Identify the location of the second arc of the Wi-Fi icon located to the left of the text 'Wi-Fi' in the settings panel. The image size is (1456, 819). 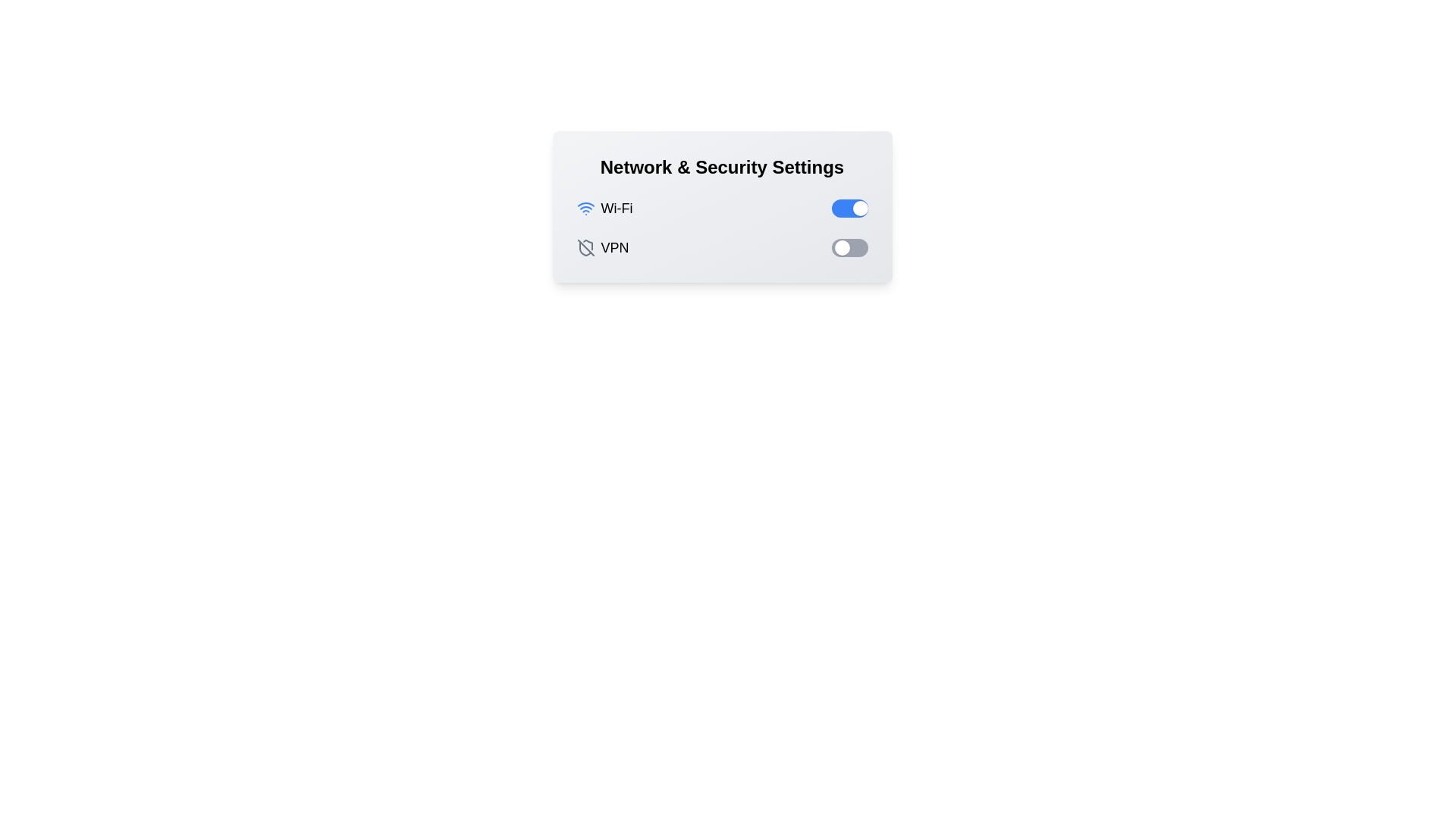
(585, 203).